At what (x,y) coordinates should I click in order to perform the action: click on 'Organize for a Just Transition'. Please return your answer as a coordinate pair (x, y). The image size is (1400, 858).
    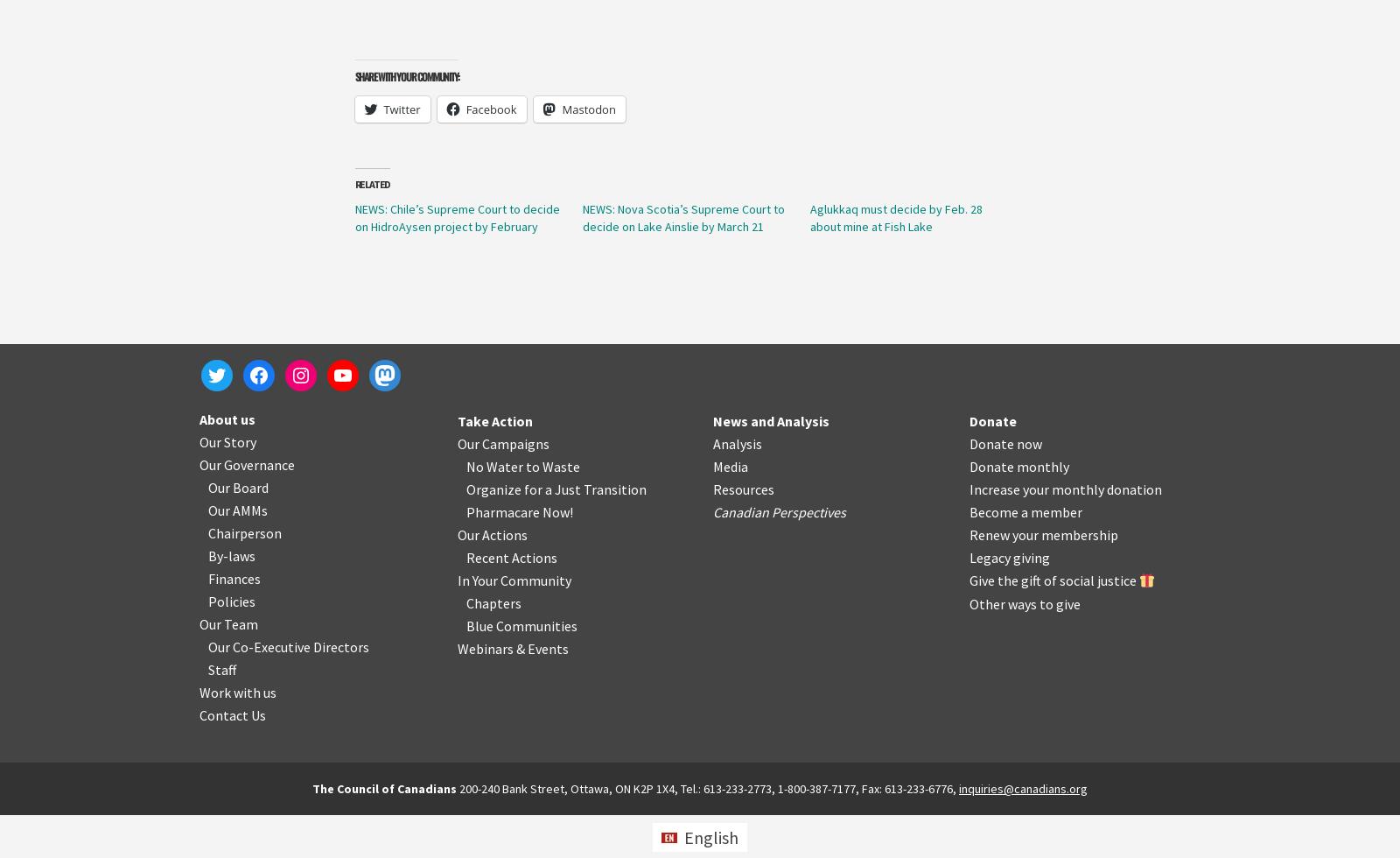
    Looking at the image, I should click on (556, 489).